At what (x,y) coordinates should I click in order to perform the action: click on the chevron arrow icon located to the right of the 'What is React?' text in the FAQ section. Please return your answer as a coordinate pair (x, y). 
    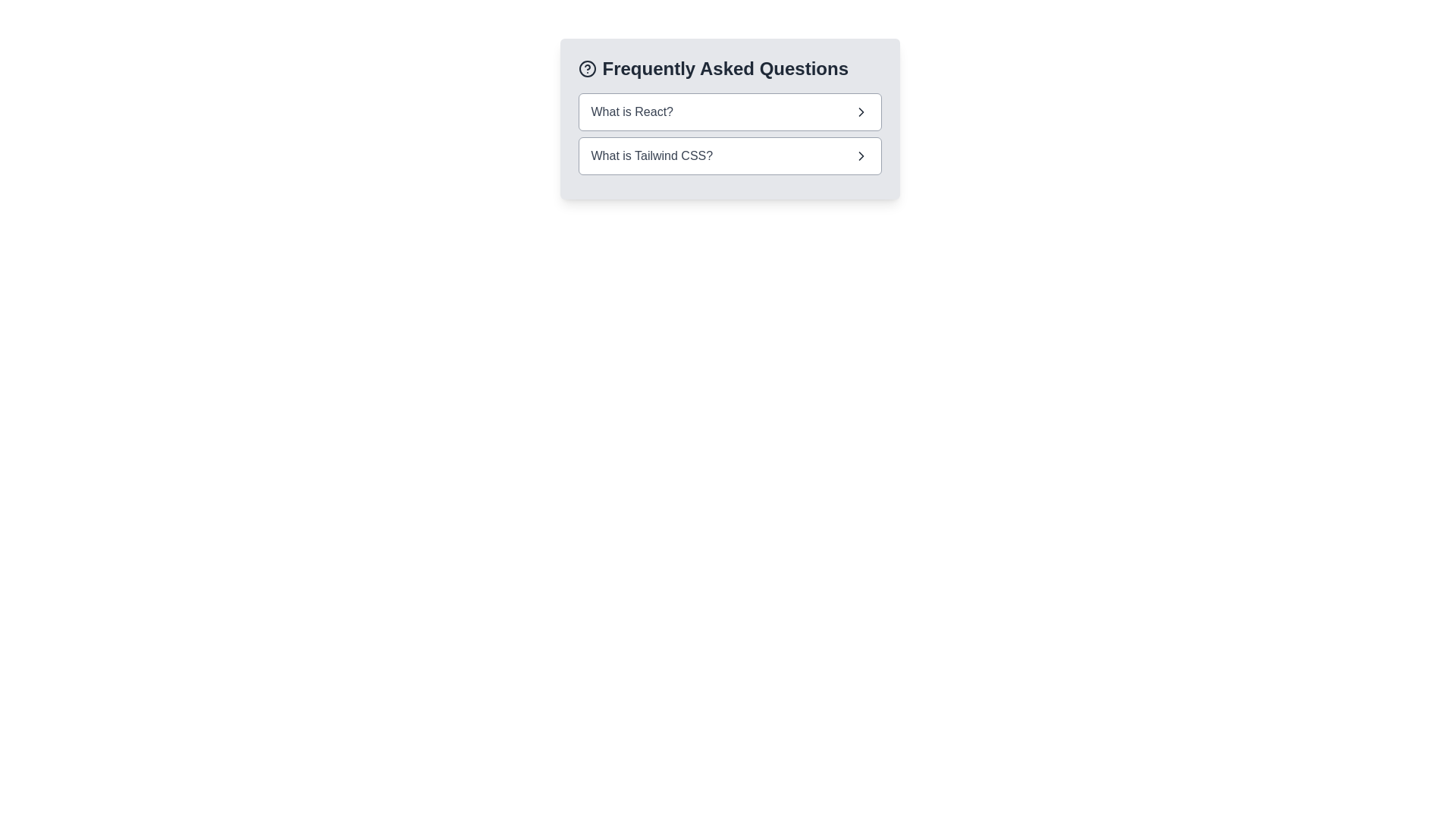
    Looking at the image, I should click on (861, 111).